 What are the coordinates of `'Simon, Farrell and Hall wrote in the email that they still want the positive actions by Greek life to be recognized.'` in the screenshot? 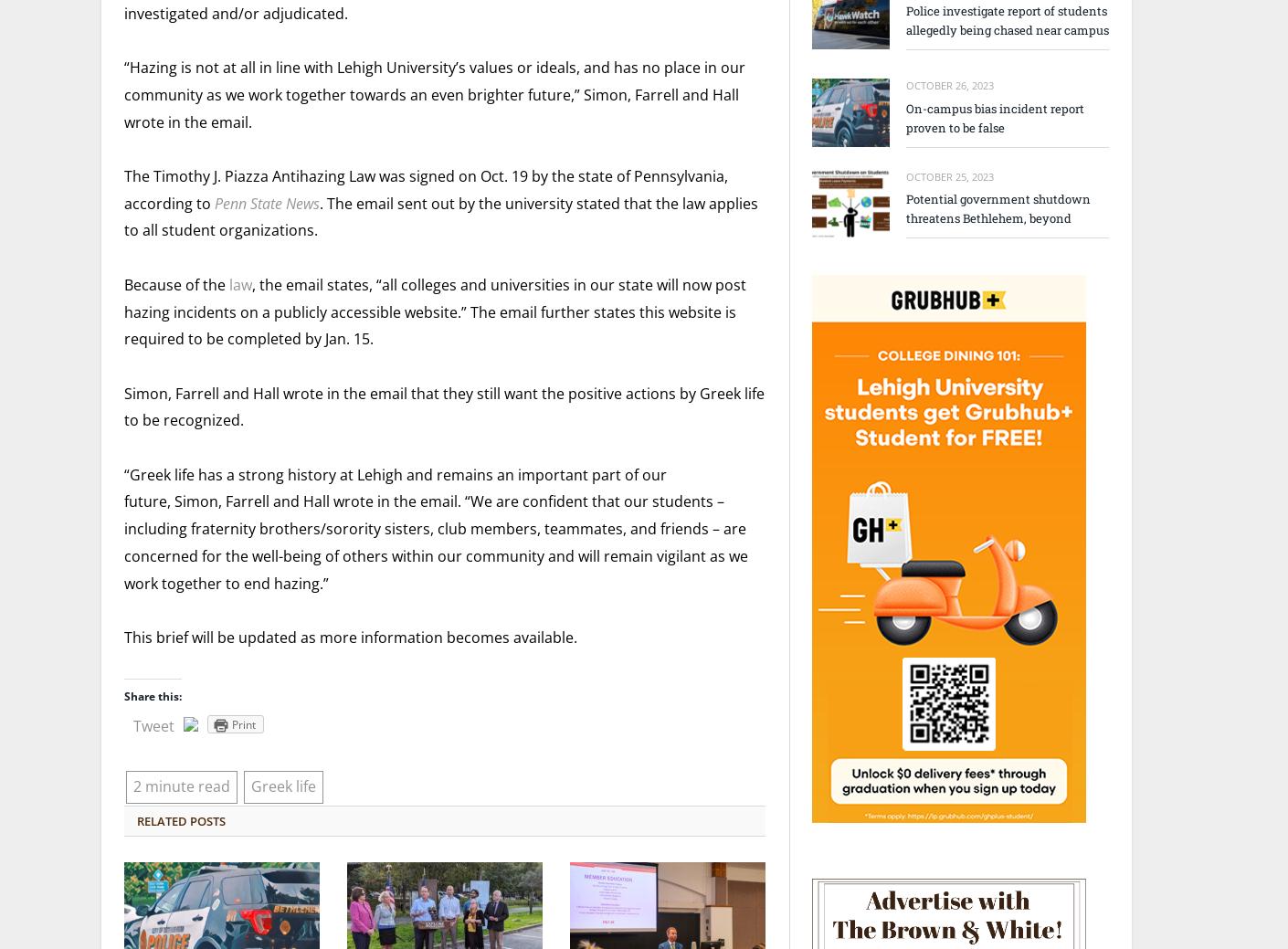 It's located at (443, 406).